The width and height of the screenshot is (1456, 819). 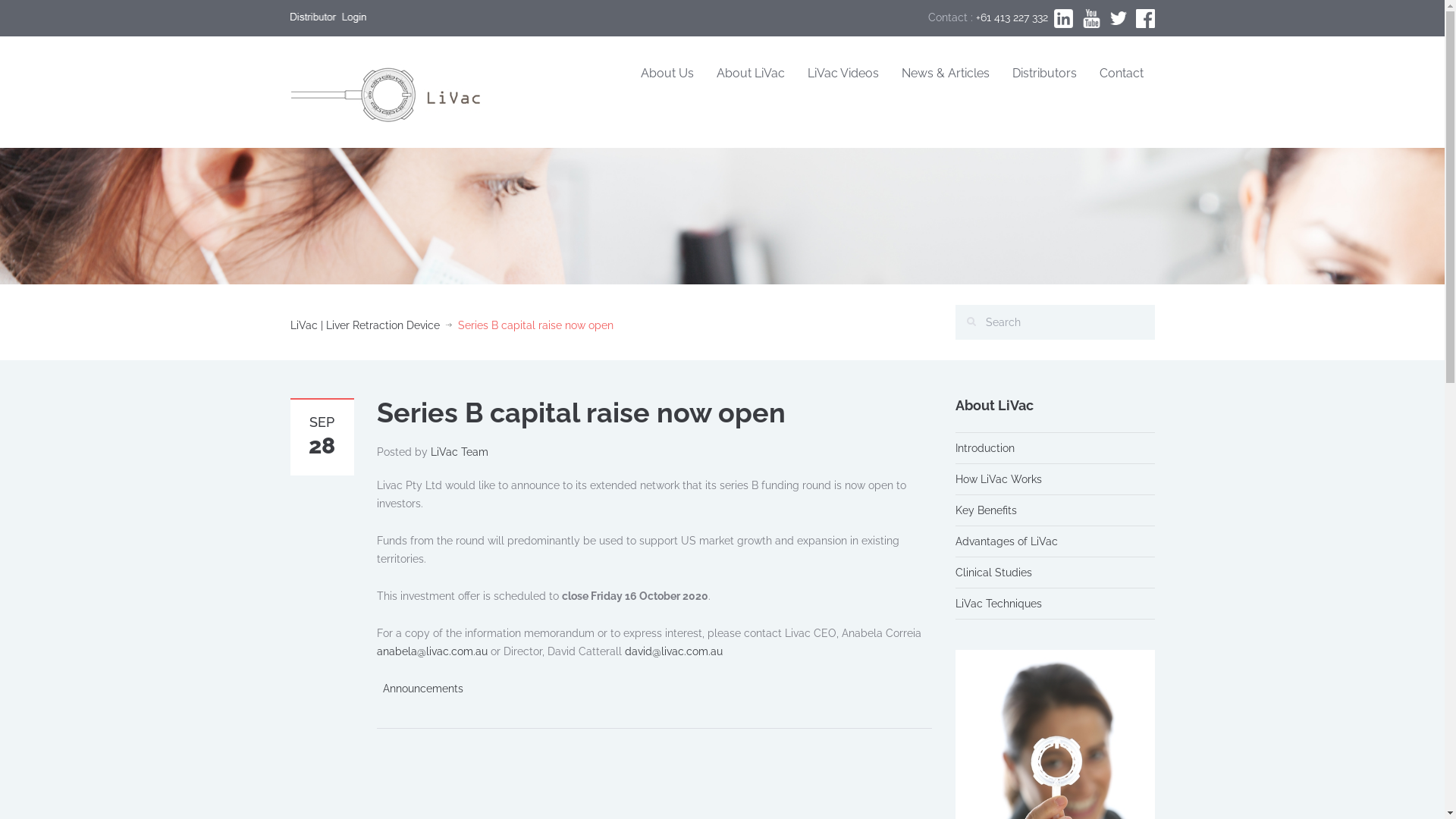 I want to click on 'LiVac Videos', so click(x=843, y=74).